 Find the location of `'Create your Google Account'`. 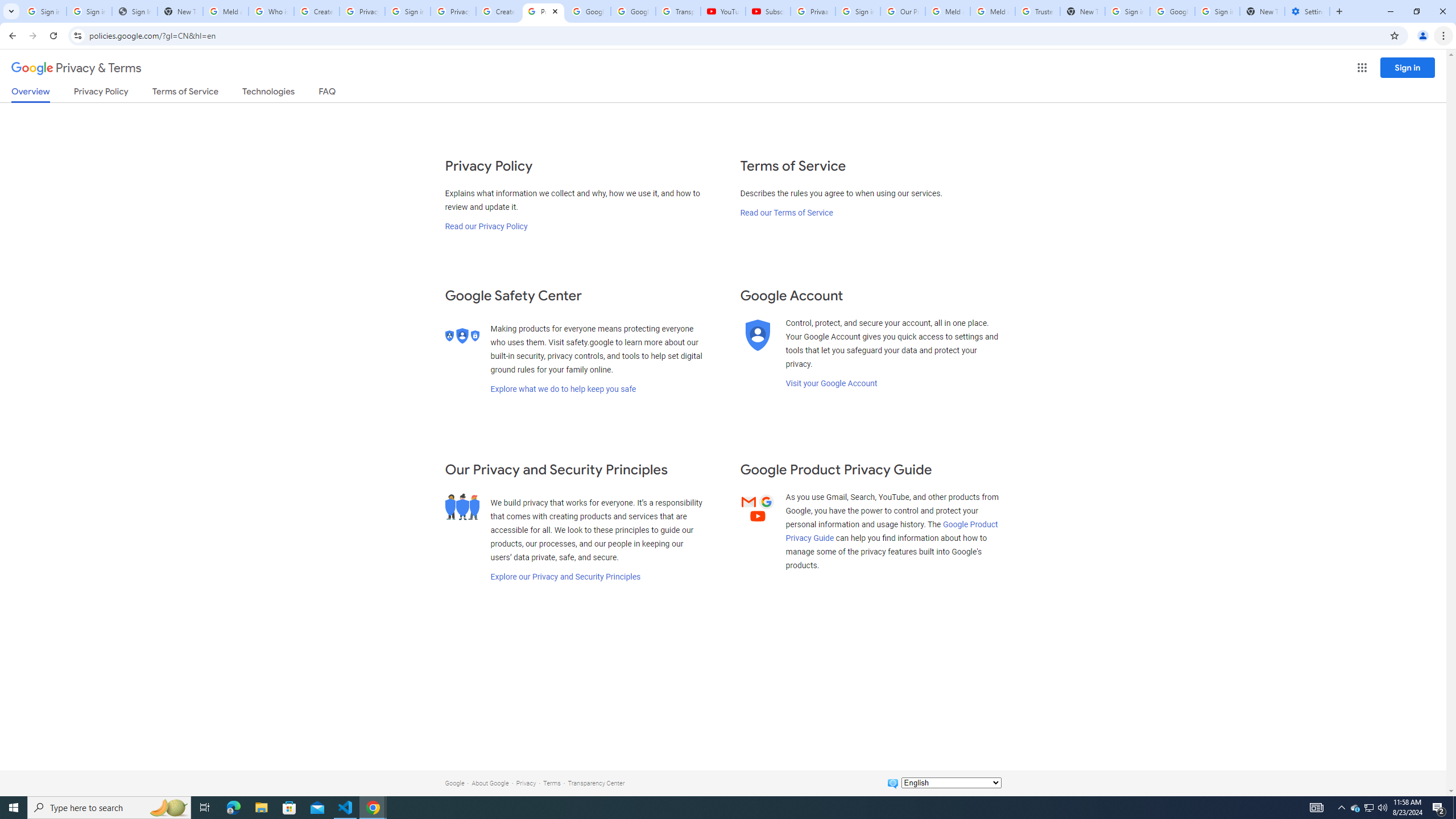

'Create your Google Account' is located at coordinates (498, 11).